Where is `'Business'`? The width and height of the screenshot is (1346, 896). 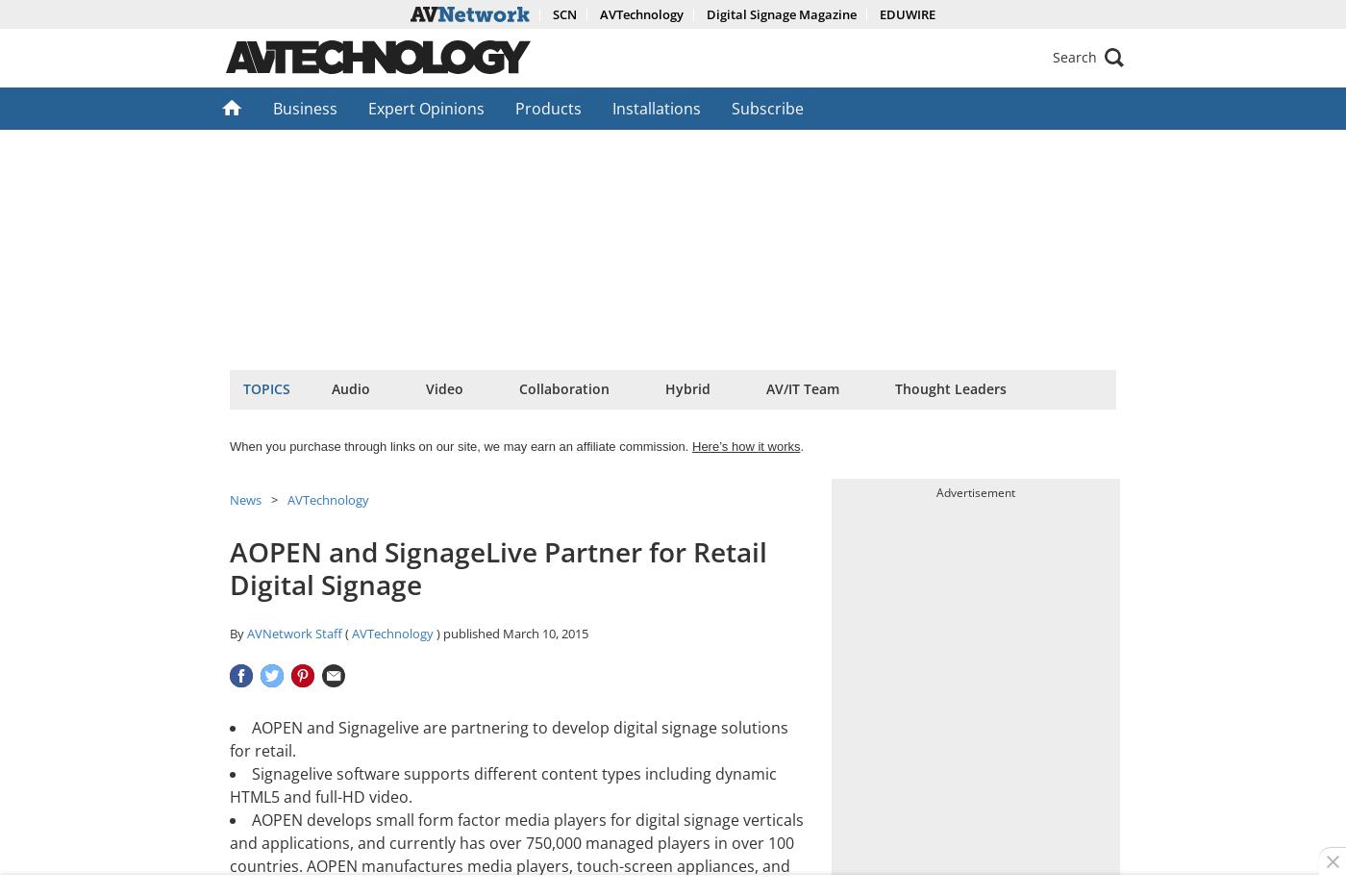
'Business' is located at coordinates (305, 108).